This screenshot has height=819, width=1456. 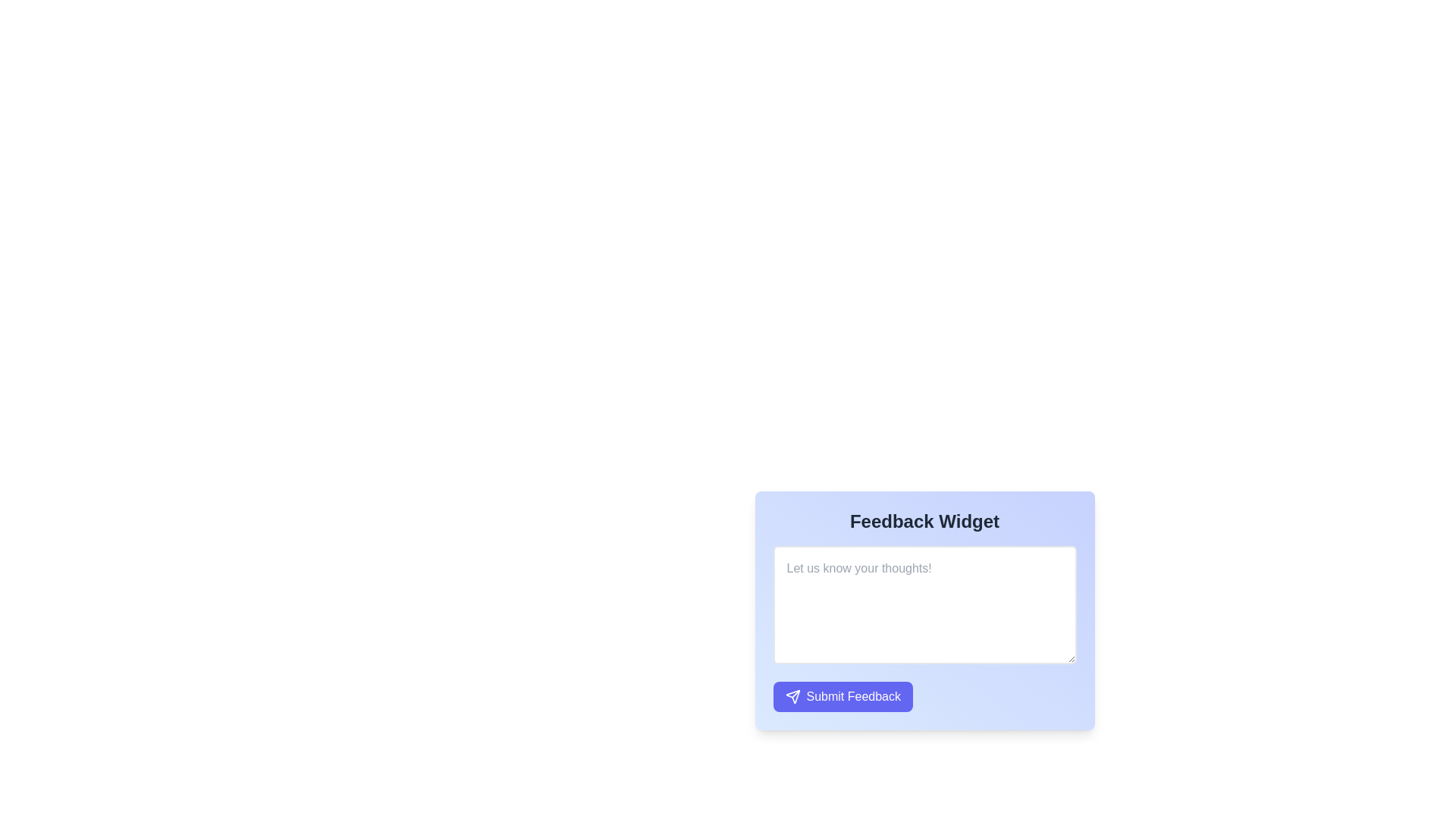 I want to click on the feedback submission icon located inside the 'Submit Feedback' button at the bottom center of the feedback widget, so click(x=792, y=696).